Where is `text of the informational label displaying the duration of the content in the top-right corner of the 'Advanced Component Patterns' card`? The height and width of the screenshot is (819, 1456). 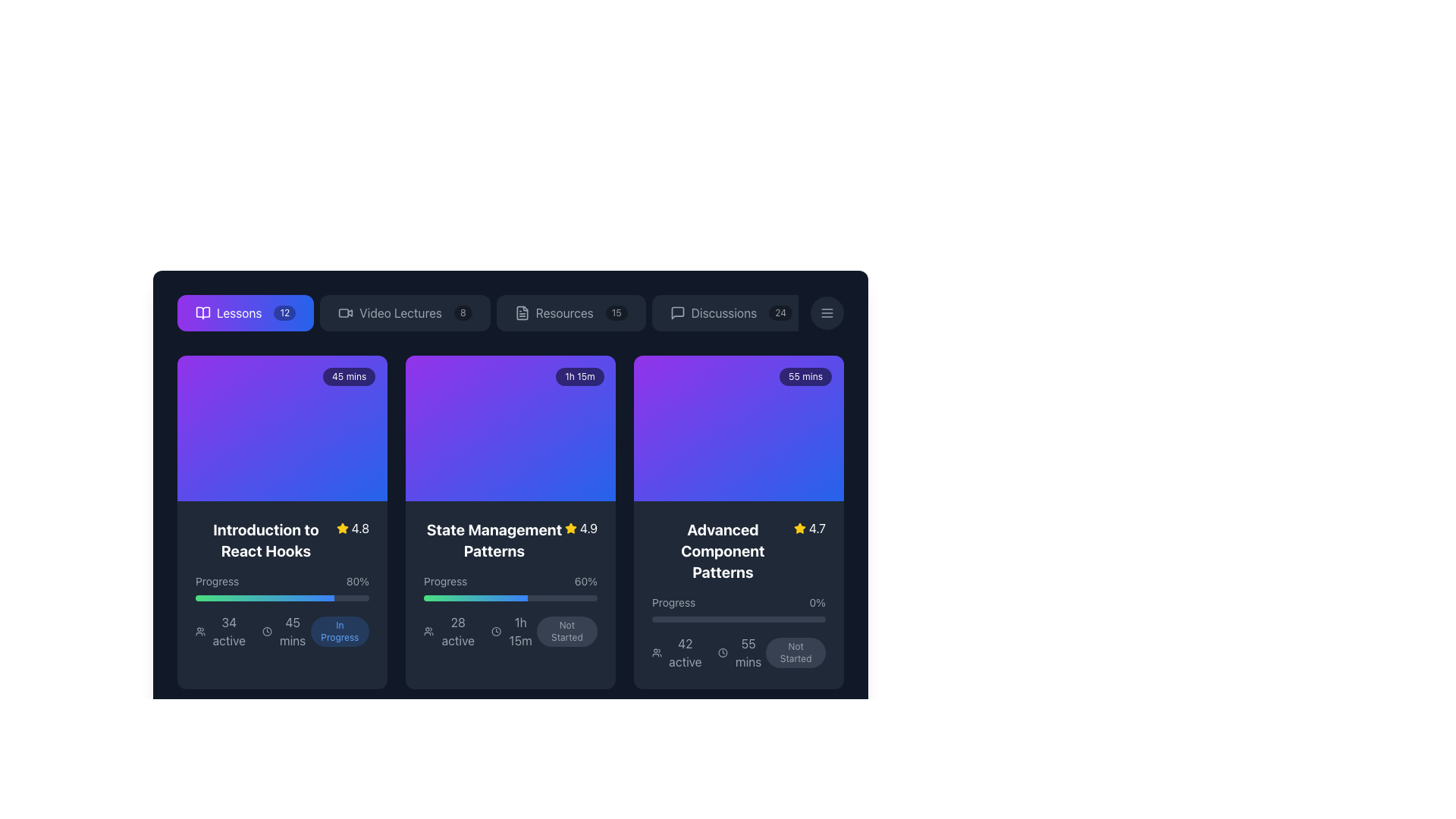 text of the informational label displaying the duration of the content in the top-right corner of the 'Advanced Component Patterns' card is located at coordinates (805, 376).